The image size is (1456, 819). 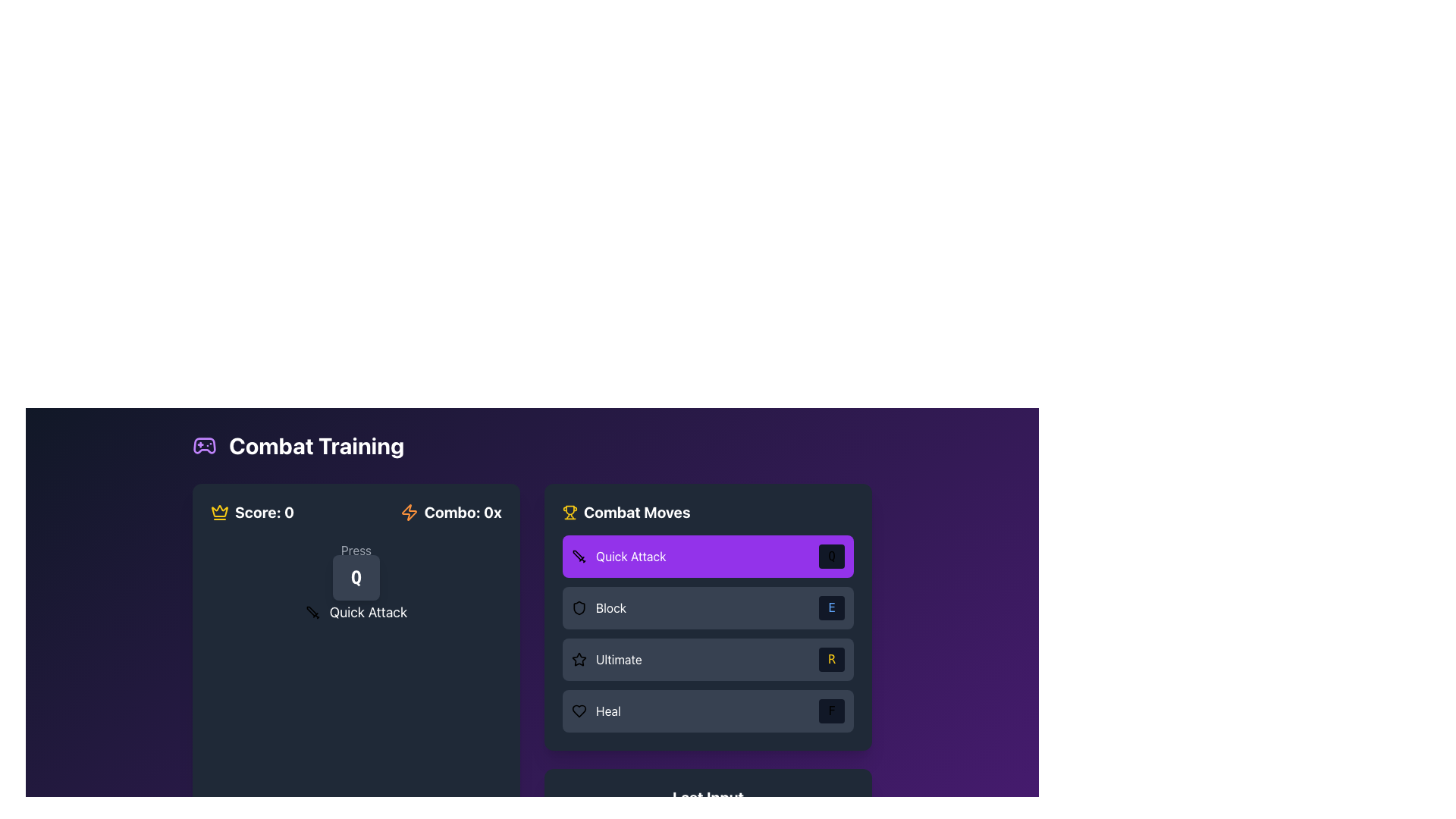 I want to click on the icon in the Composite component that instructs the user to press the 'Q' key for 'Quick Attack', located in the 'Combat Training' panel beneath 'Score: 0' and 'Combo: 0x', so click(x=356, y=581).